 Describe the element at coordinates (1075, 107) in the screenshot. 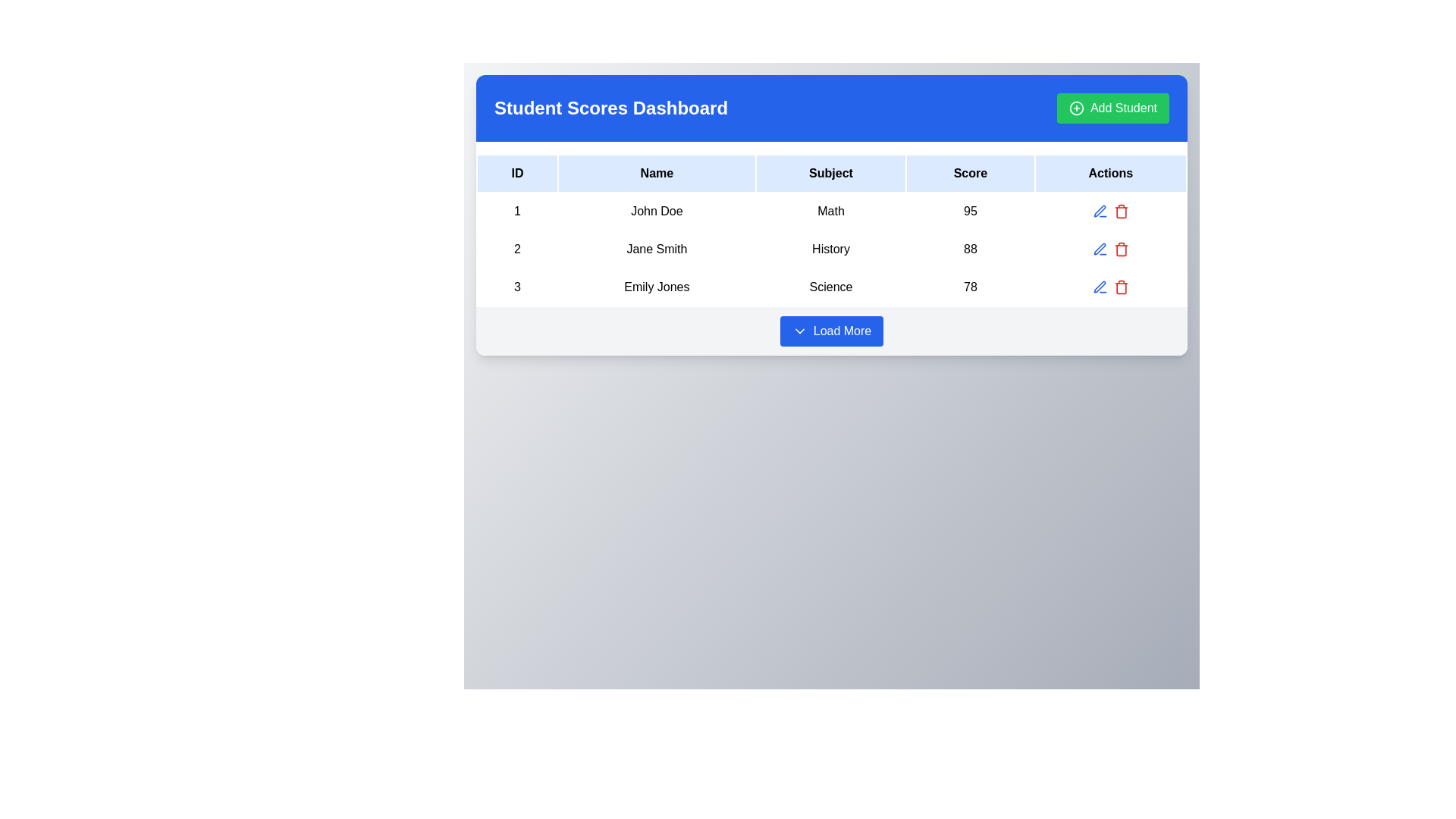

I see `the circular icon with a plus symbol at its center, which is styled with a green background and white outline, located to the left of the 'Add Student' button's text` at that location.